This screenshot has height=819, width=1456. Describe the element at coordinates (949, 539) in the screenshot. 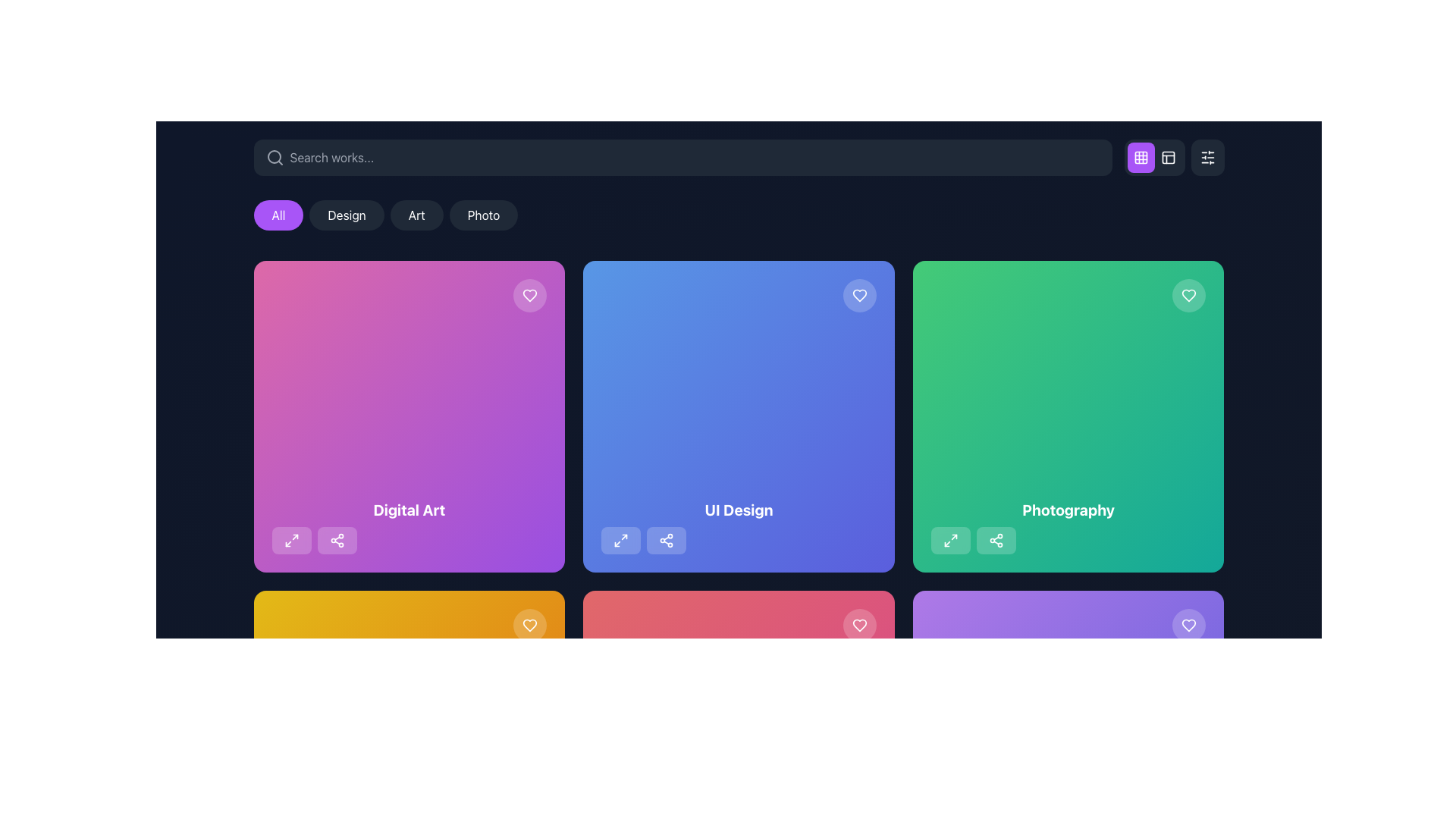

I see `the maximize icon styled as two diagonal arrows pointing outward, located in the bottom-left corner of the green card labeled 'Photography', to maximize or expand the associated item` at that location.